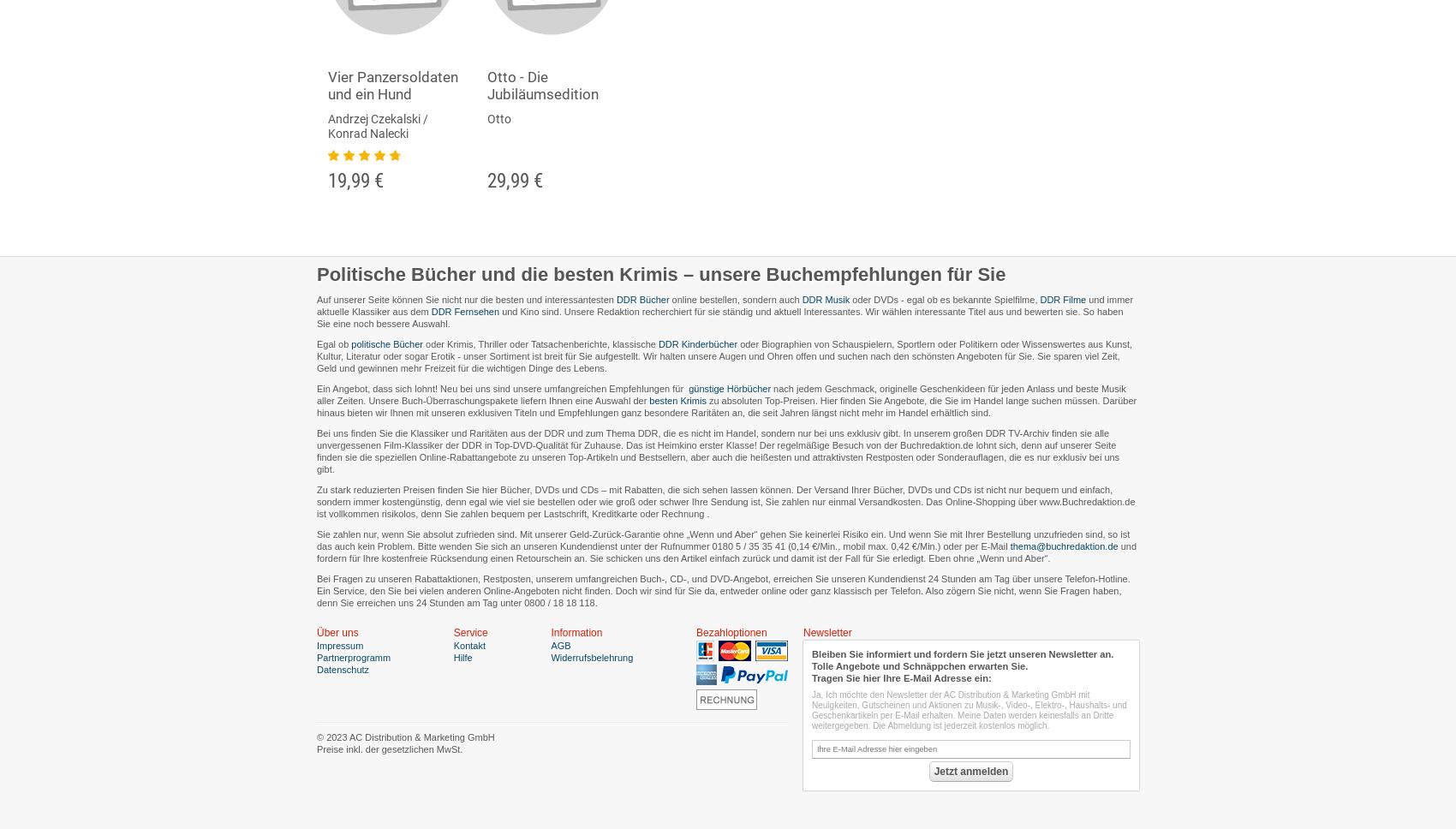 The image size is (1456, 829). Describe the element at coordinates (315, 393) in the screenshot. I see `'nach jedem Geschmack, originelle Geschenkideen für jeden Anlass und beste Musik aller Zeiten. Unsere Buch-Überraschungspakete liefern Ihnen eine Auswahl der'` at that location.